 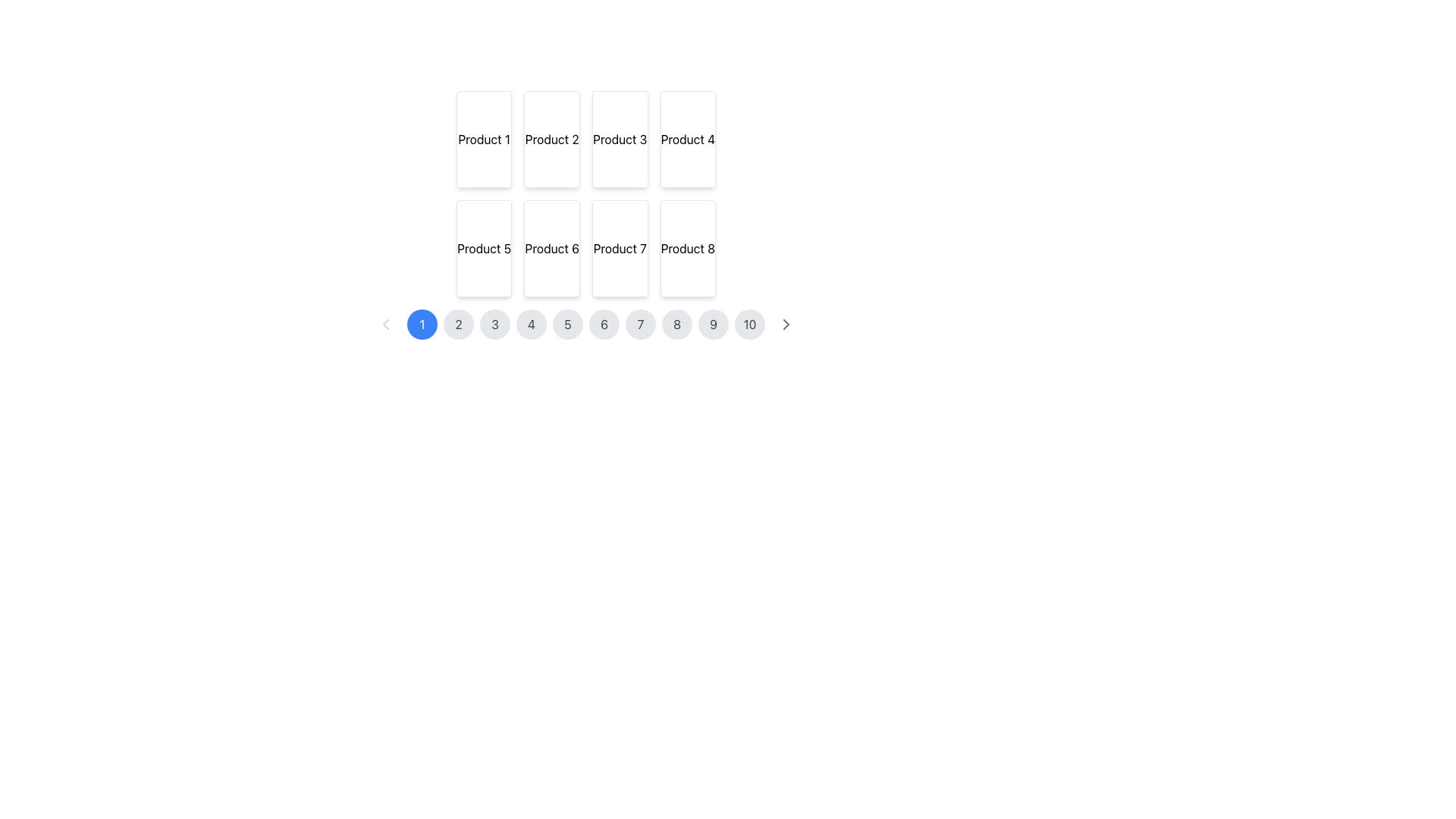 I want to click on the display card for 'Product 5', which is located in the second row, first column of the grid layout, so click(x=483, y=247).